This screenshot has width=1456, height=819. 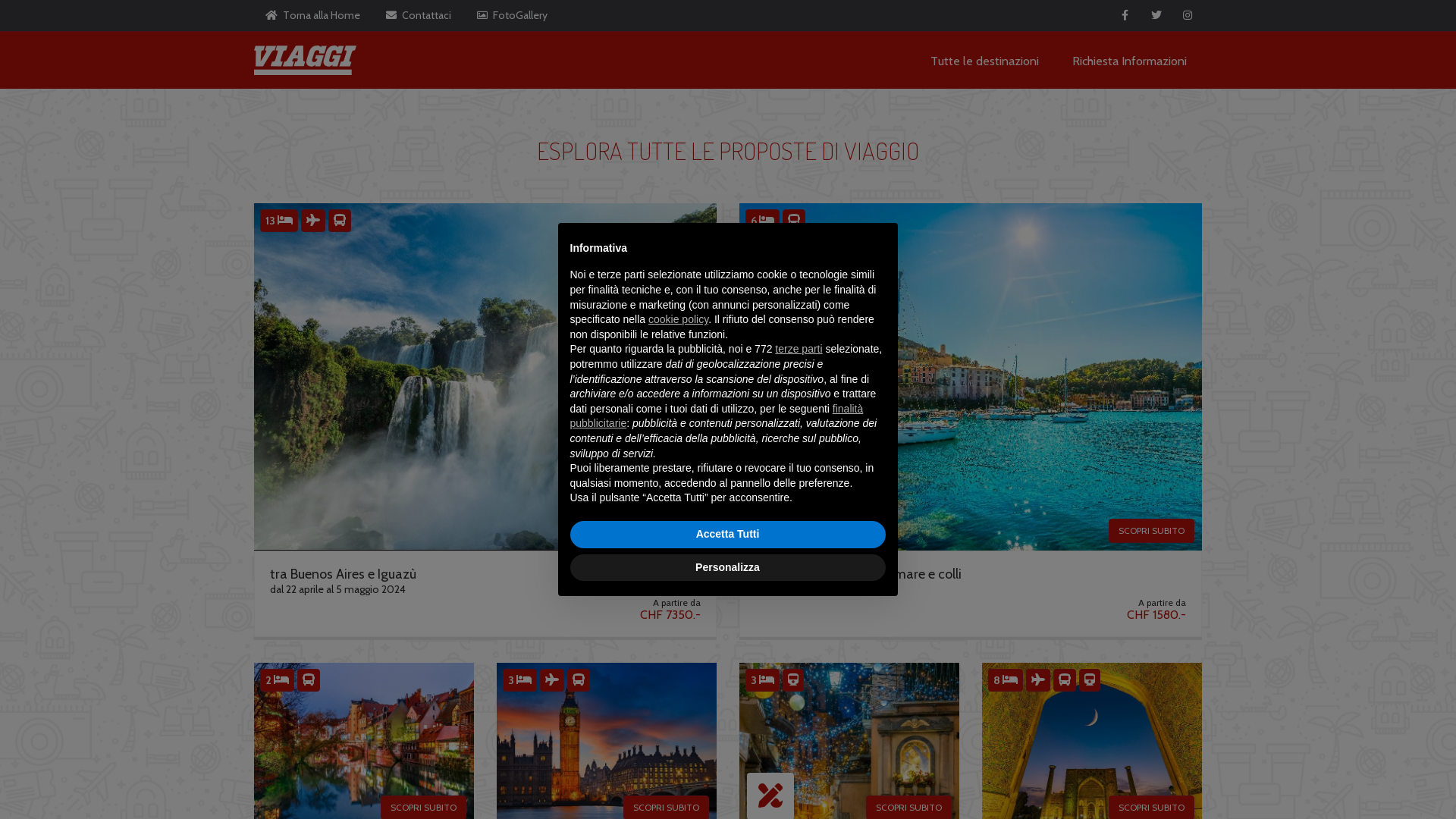 I want to click on 'Contattaci', so click(x=419, y=15).